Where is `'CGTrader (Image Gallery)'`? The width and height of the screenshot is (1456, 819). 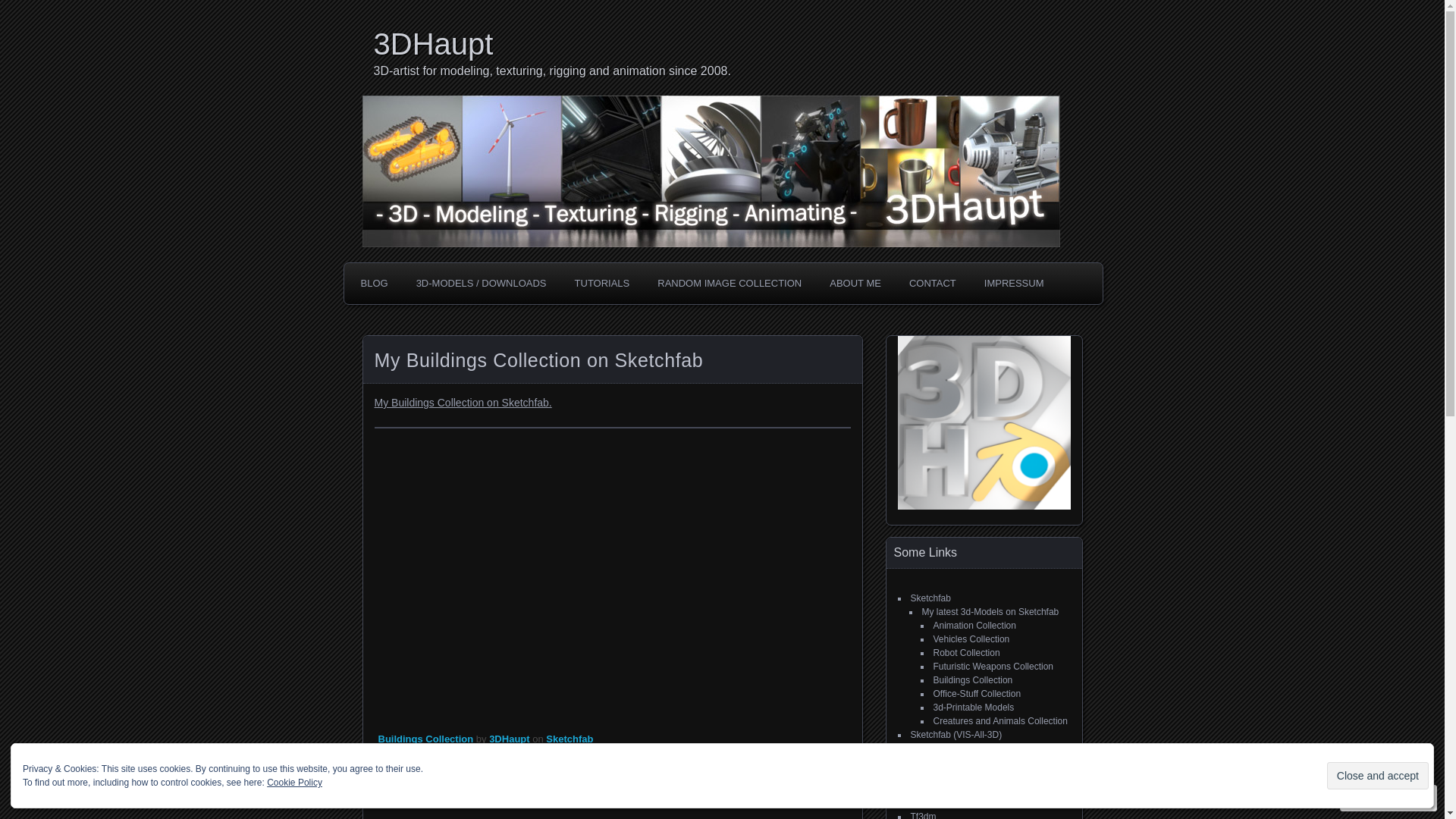 'CGTrader (Image Gallery)' is located at coordinates (910, 789).